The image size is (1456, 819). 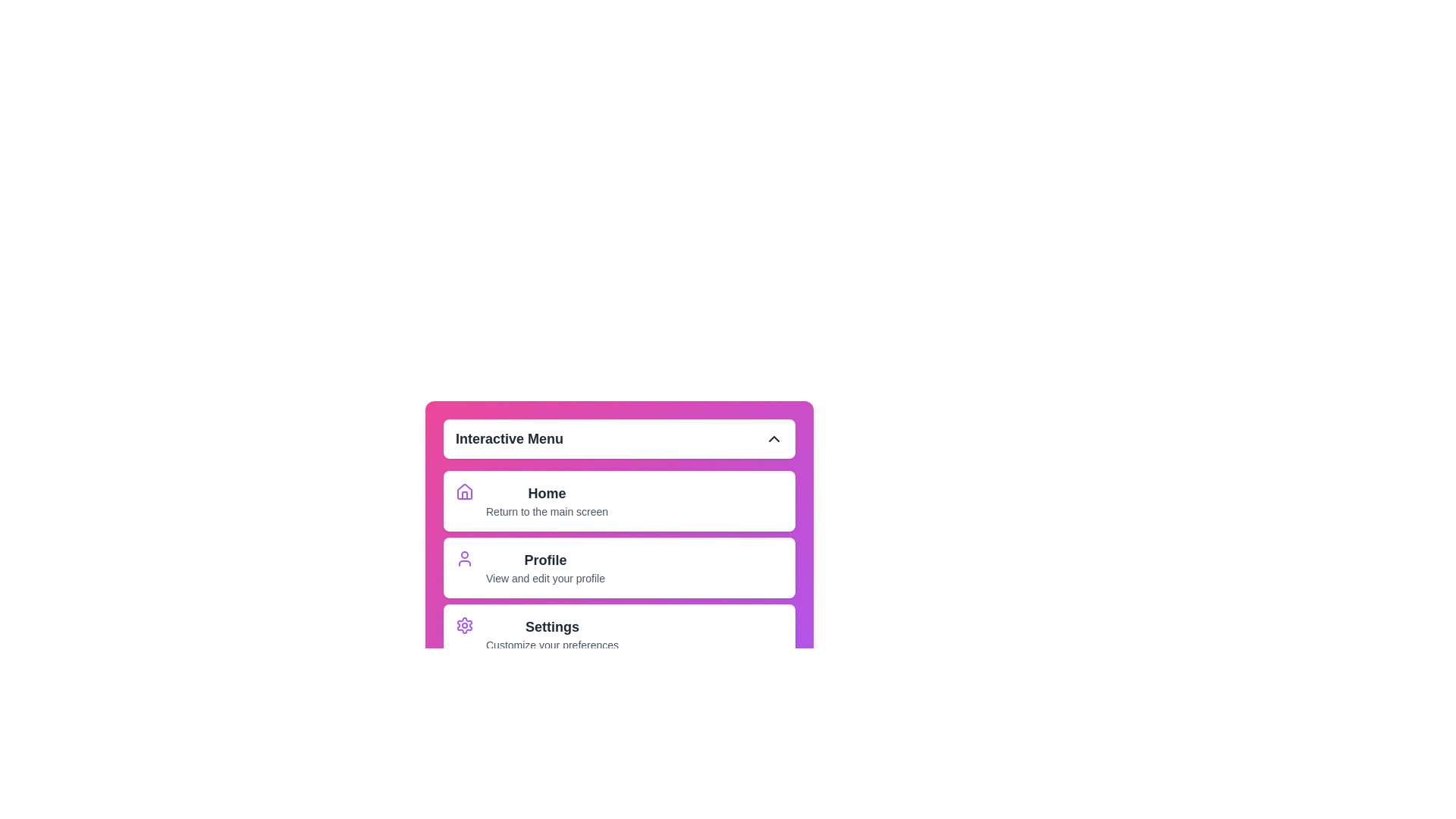 What do you see at coordinates (546, 500) in the screenshot?
I see `the menu item labeled Home to navigate to its corresponding section` at bounding box center [546, 500].